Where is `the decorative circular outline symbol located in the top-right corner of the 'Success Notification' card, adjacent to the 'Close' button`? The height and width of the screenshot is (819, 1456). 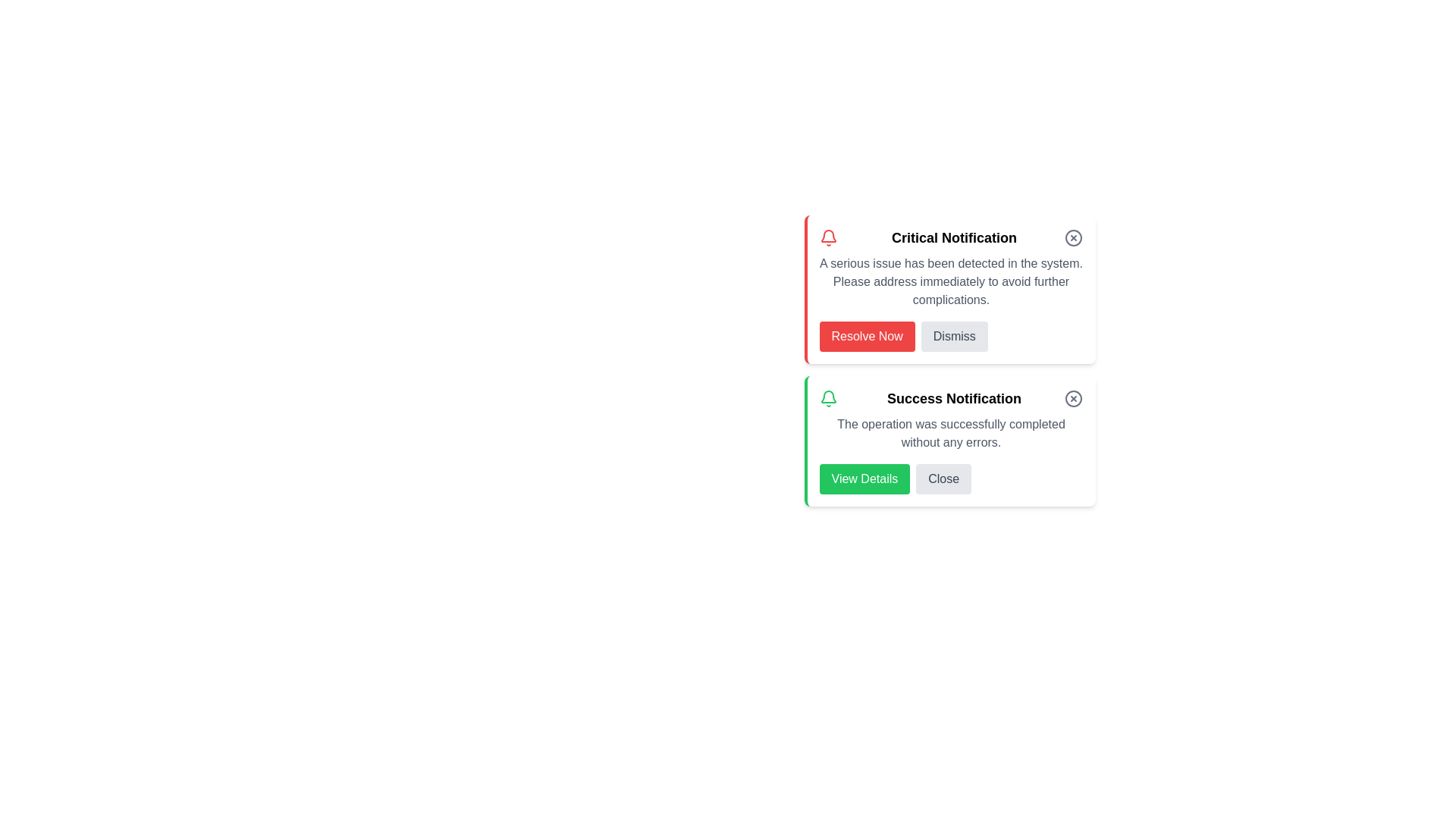
the decorative circular outline symbol located in the top-right corner of the 'Success Notification' card, adjacent to the 'Close' button is located at coordinates (1073, 397).